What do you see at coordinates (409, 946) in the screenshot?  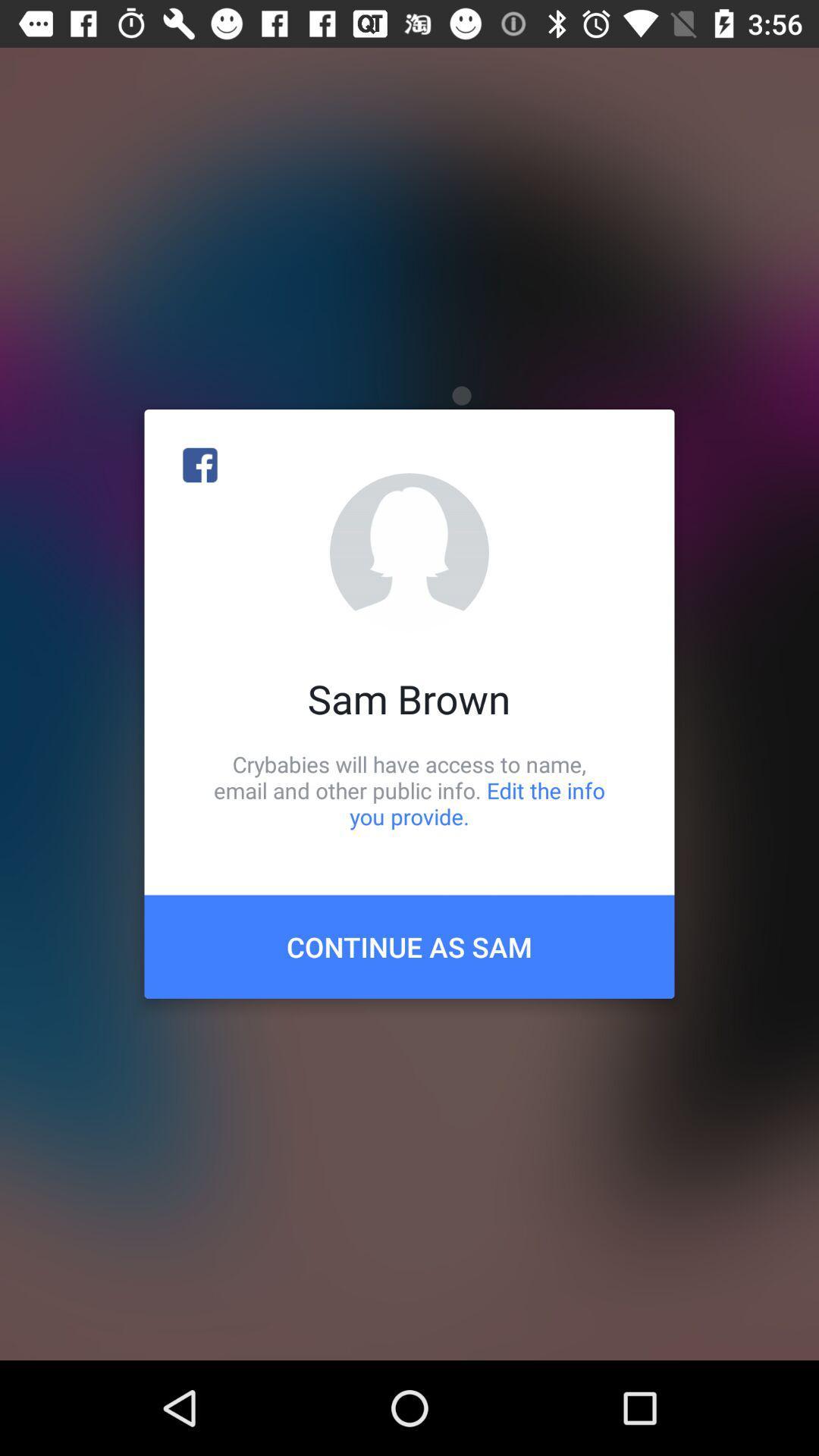 I see `the item below crybabies will have item` at bounding box center [409, 946].